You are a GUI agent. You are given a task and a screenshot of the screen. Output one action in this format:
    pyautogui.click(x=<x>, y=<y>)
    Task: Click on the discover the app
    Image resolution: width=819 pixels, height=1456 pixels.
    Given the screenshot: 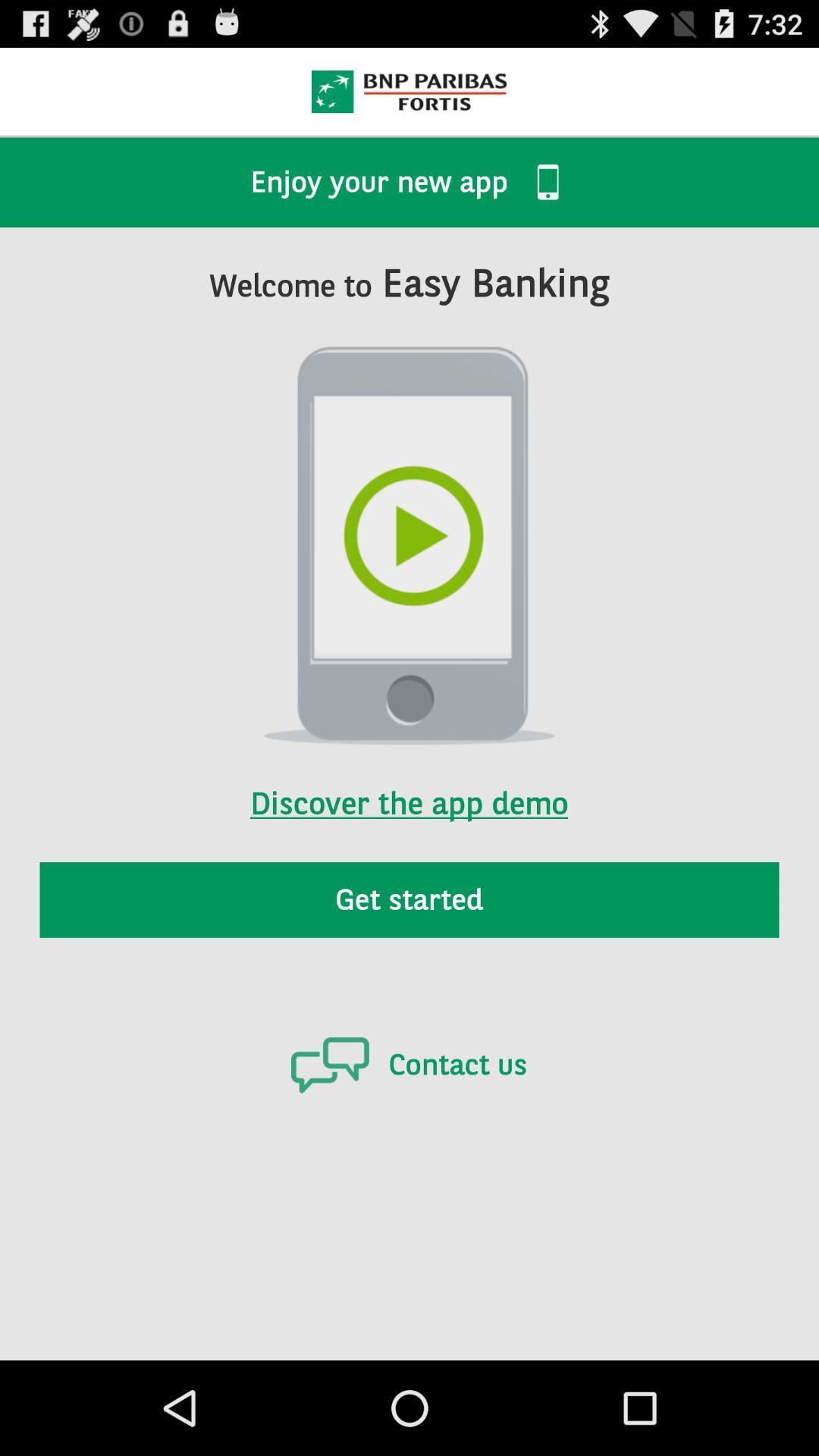 What is the action you would take?
    pyautogui.click(x=408, y=783)
    